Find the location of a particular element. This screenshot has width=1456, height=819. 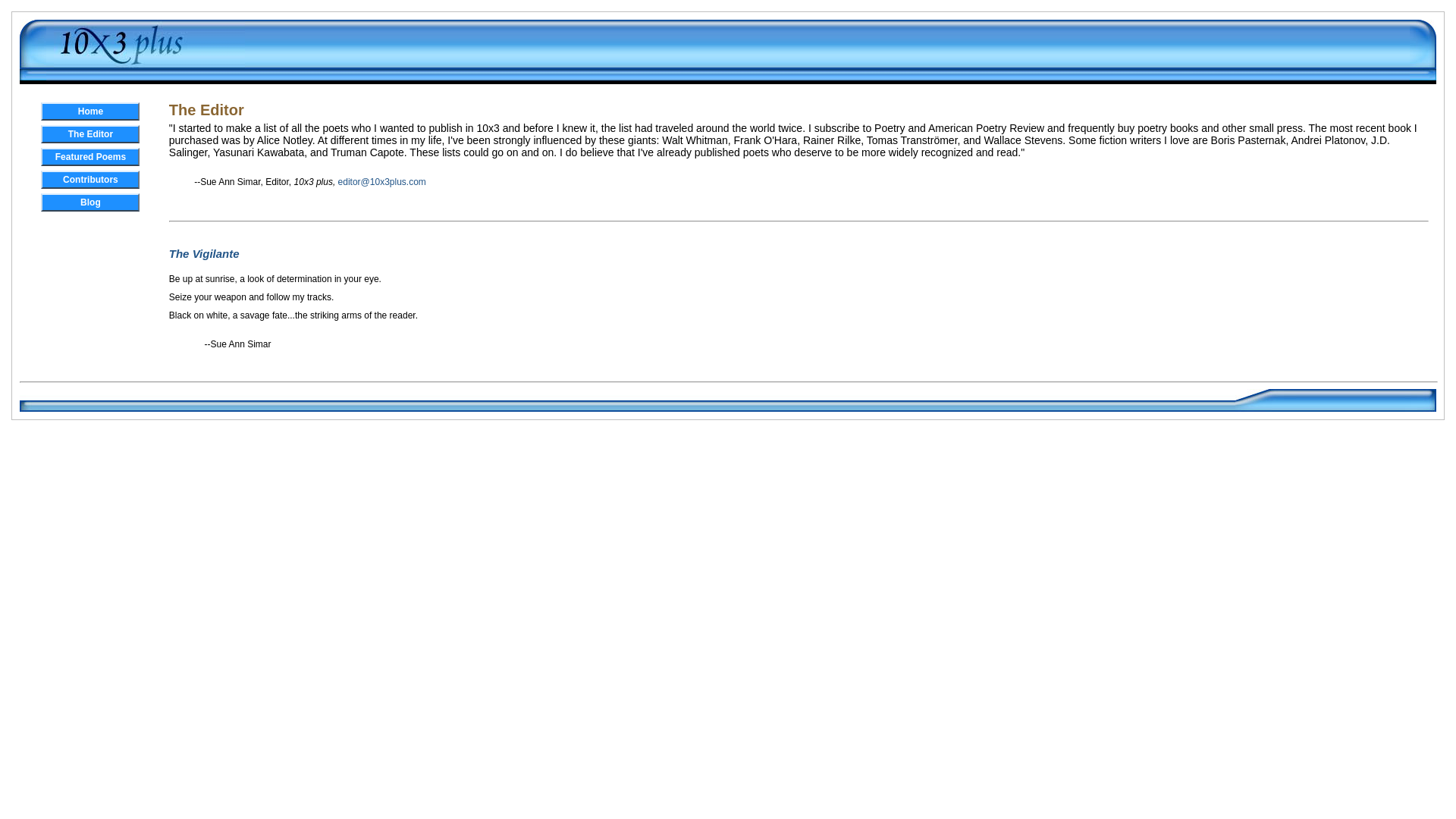

'Contributors' is located at coordinates (89, 178).